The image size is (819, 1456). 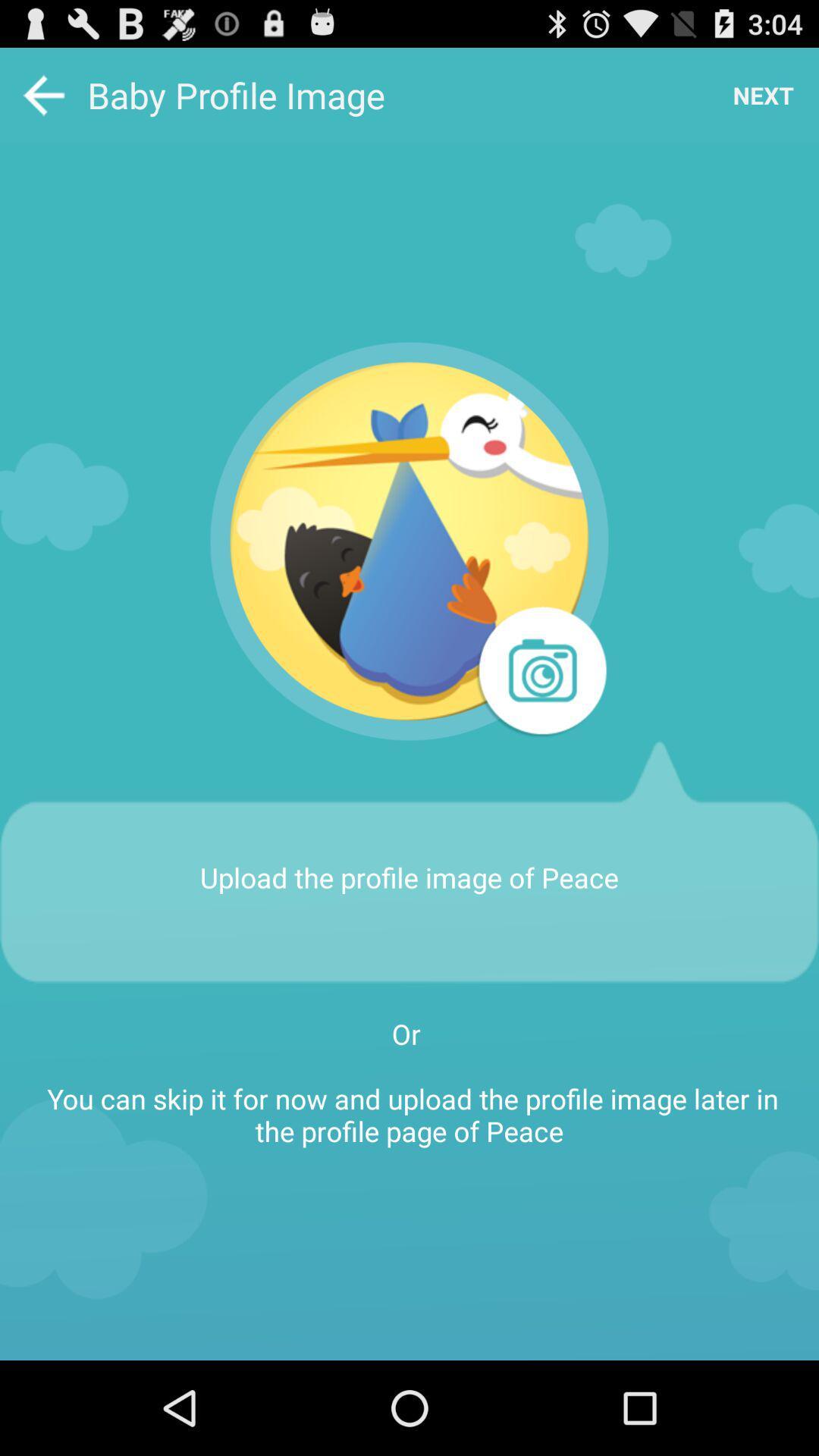 What do you see at coordinates (763, 94) in the screenshot?
I see `the item next to the baby profile image` at bounding box center [763, 94].